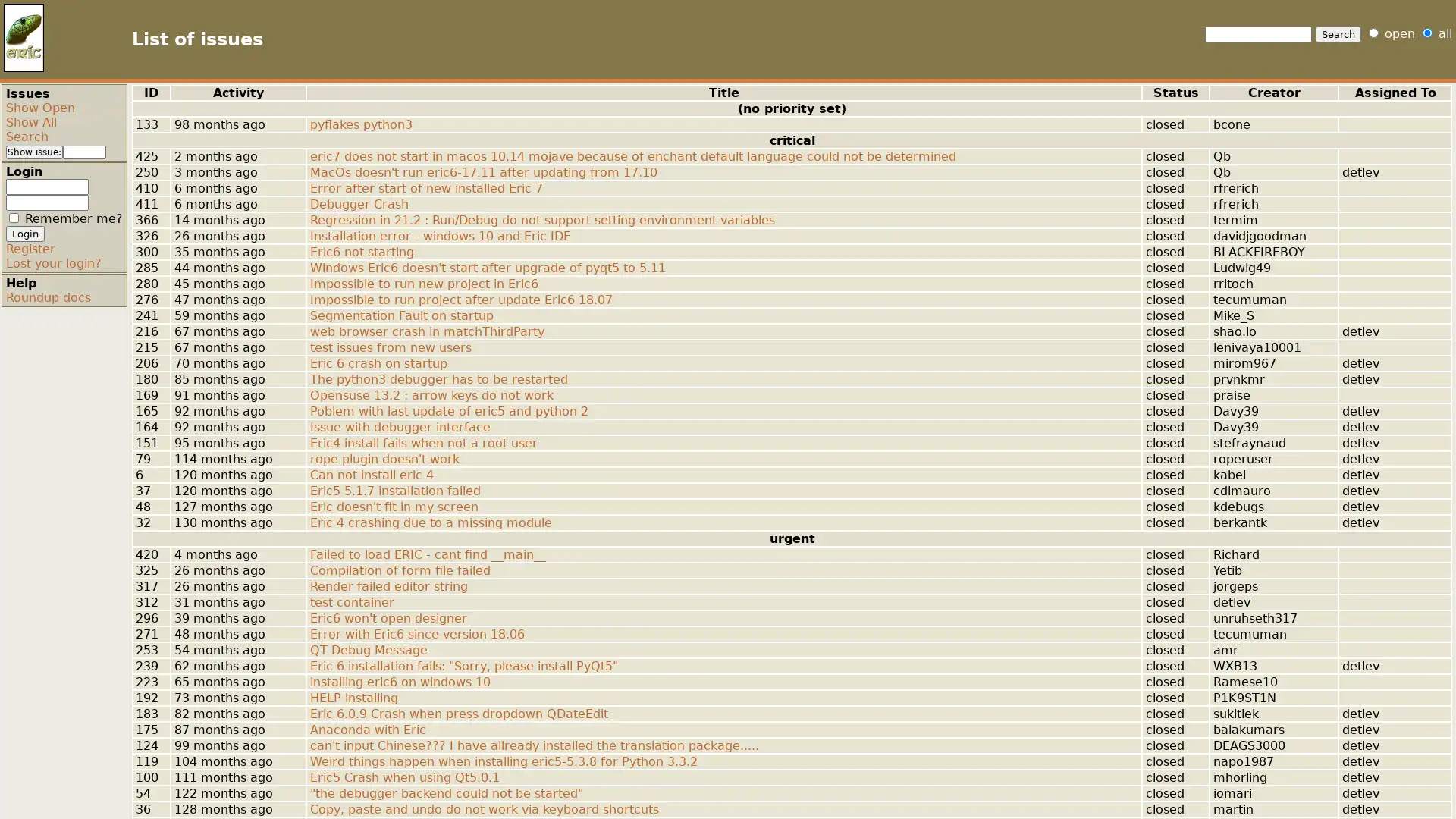 The image size is (1456, 819). Describe the element at coordinates (25, 234) in the screenshot. I see `Login` at that location.